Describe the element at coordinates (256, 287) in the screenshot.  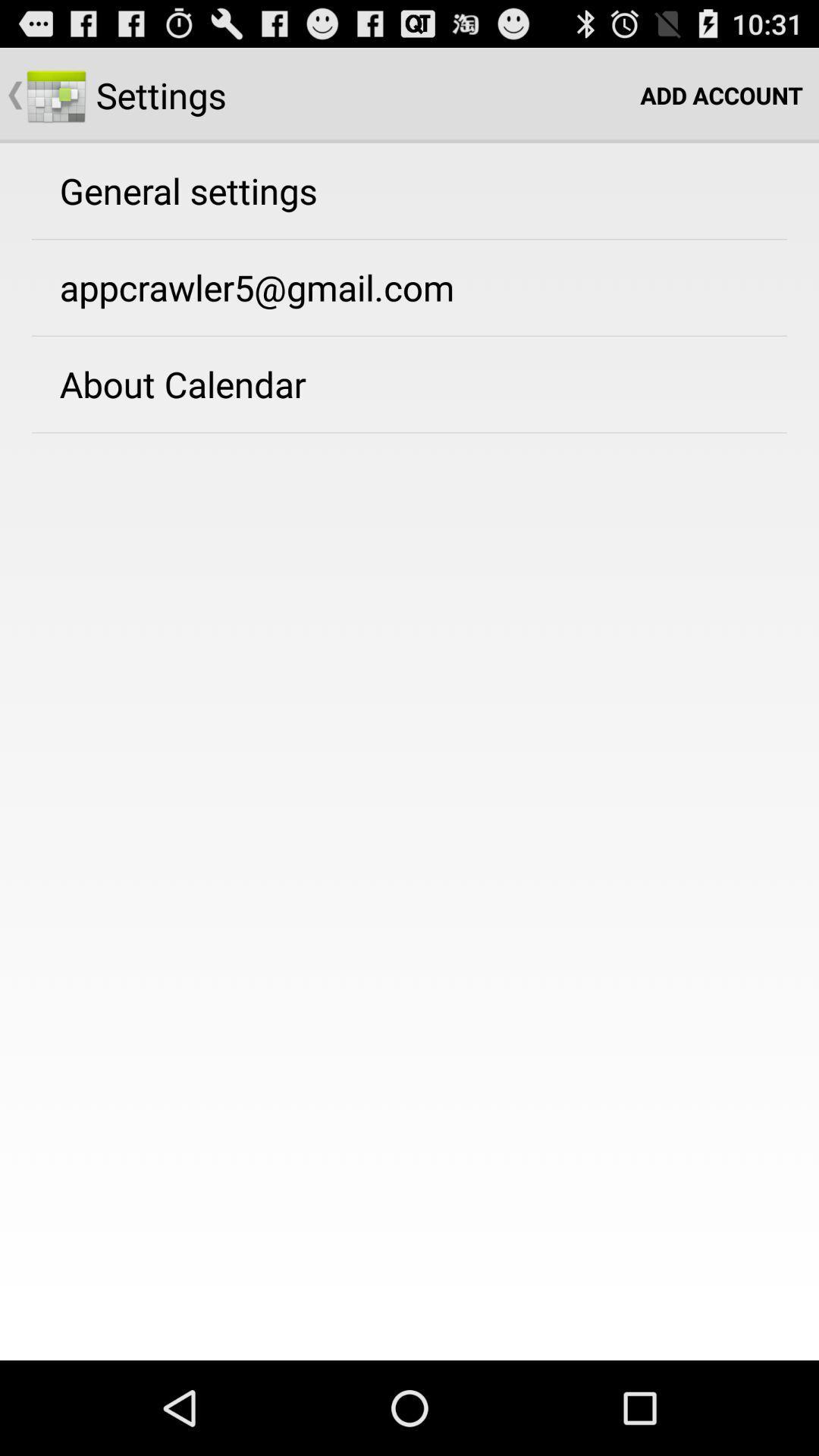
I see `the icon above about calendar app` at that location.